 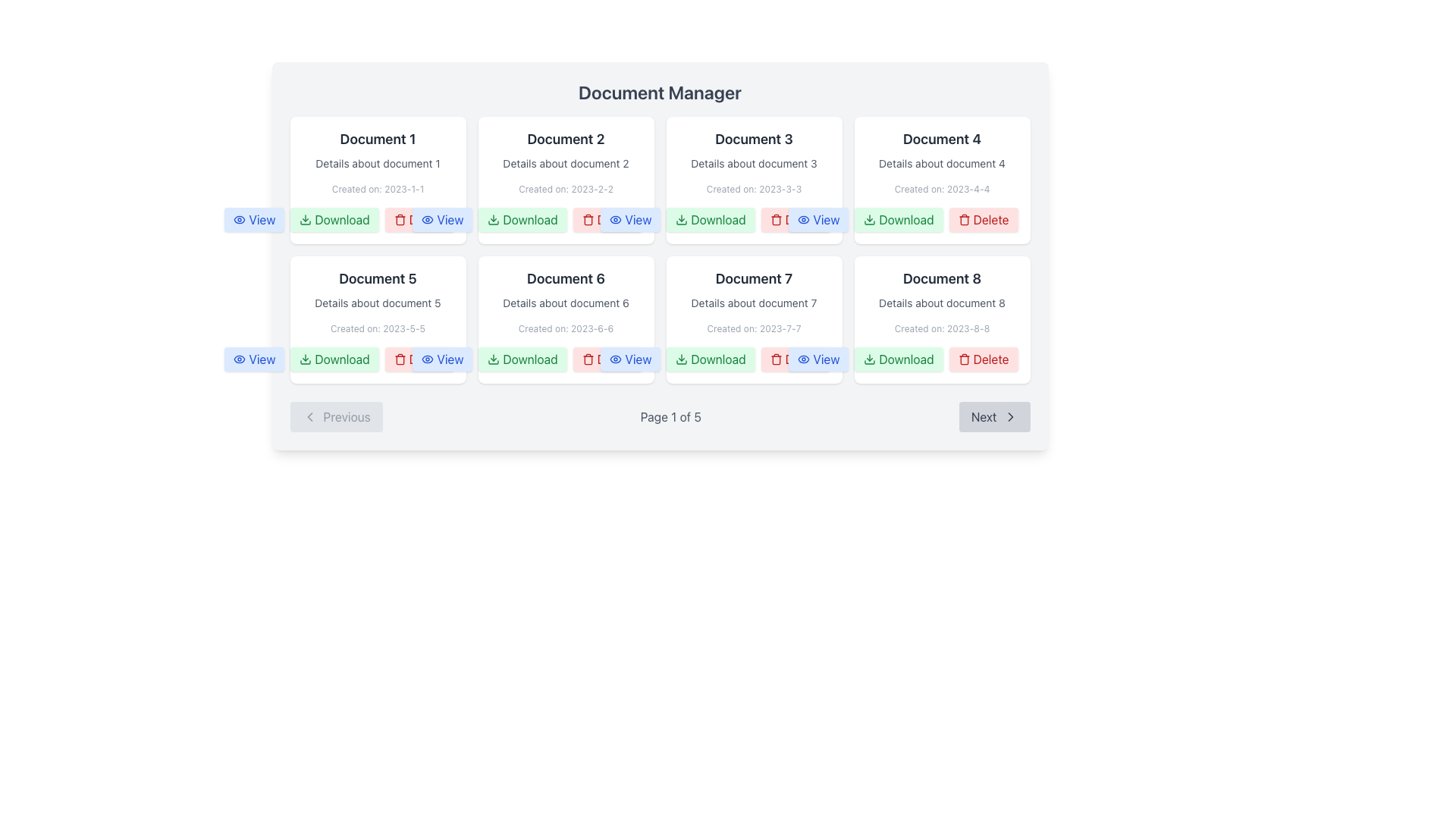 What do you see at coordinates (899, 219) in the screenshot?
I see `the Download button located at the bottom-right of the card for 'Document 4' to initiate a file download` at bounding box center [899, 219].